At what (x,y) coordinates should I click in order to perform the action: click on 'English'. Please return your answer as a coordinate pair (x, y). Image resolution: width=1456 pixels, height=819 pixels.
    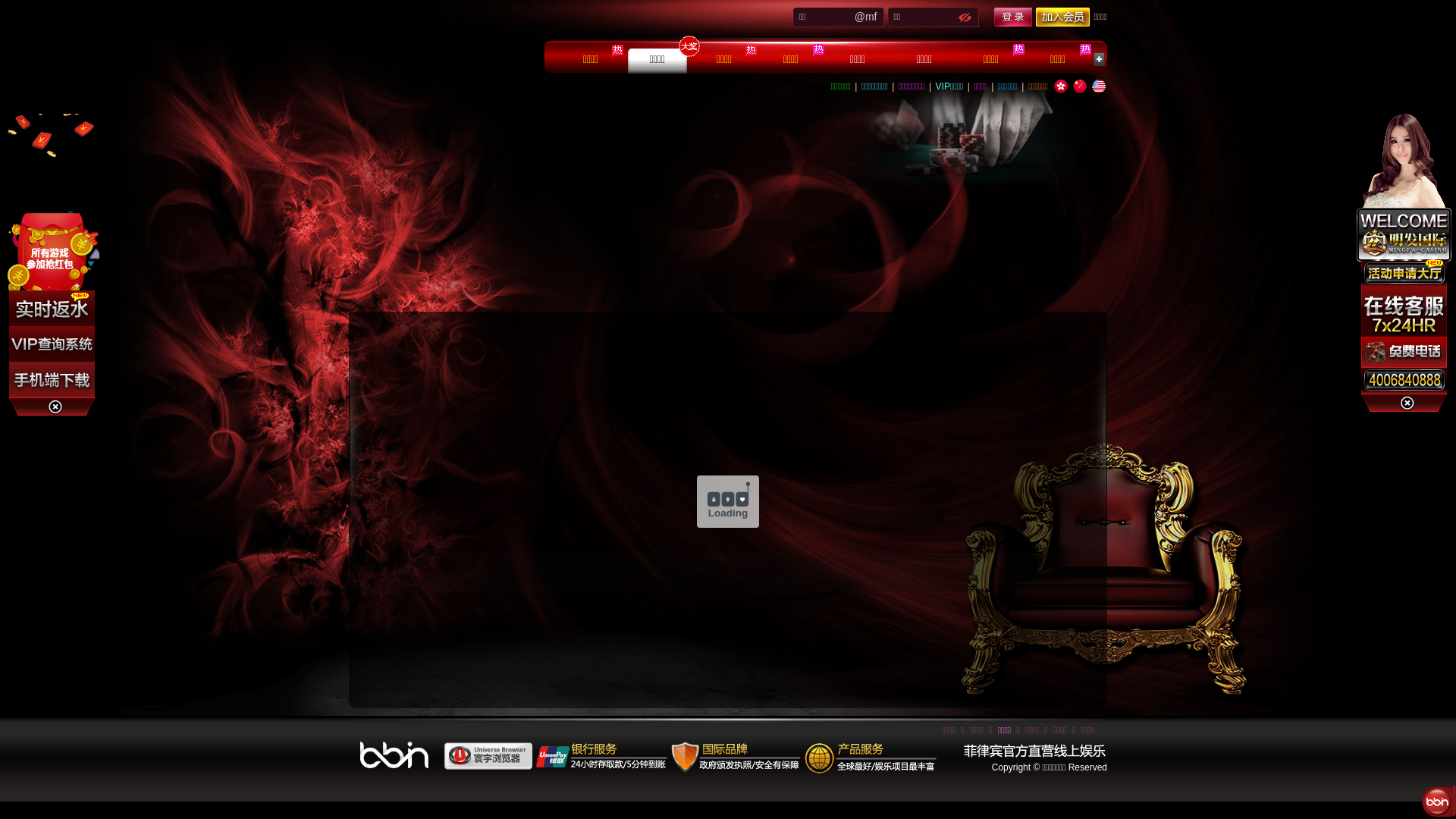
    Looking at the image, I should click on (1099, 86).